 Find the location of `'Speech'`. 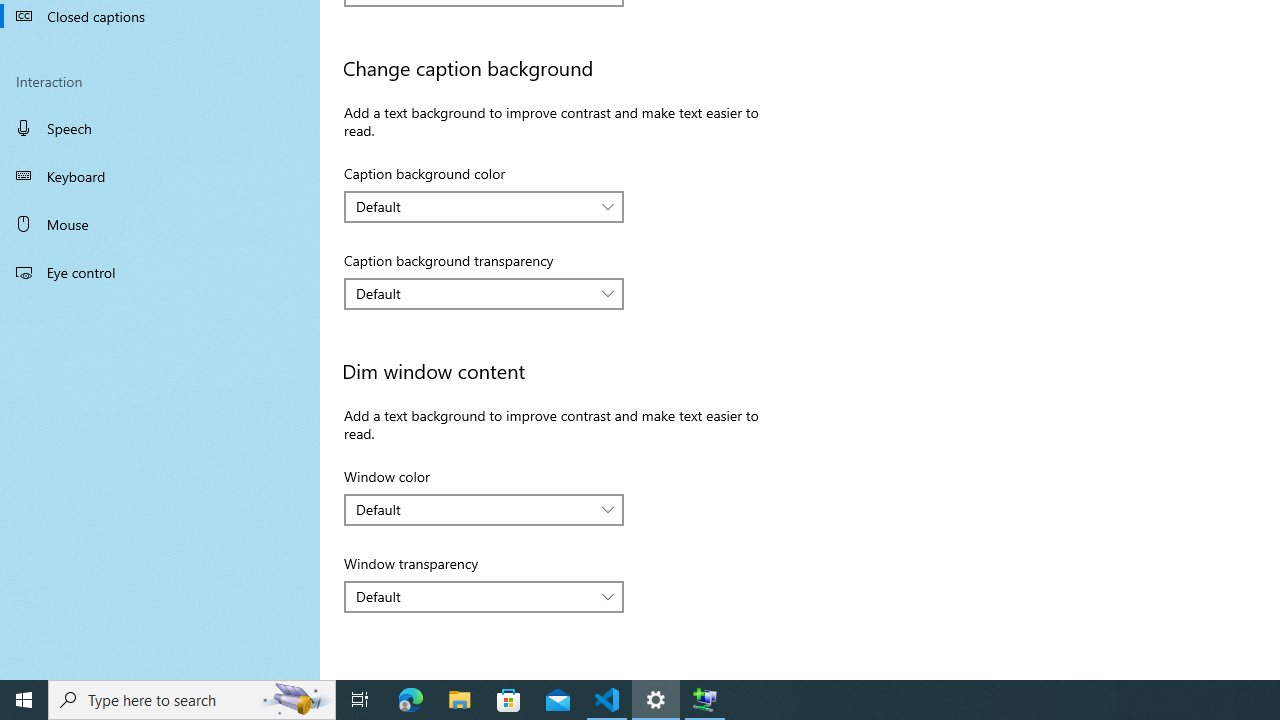

'Speech' is located at coordinates (160, 127).